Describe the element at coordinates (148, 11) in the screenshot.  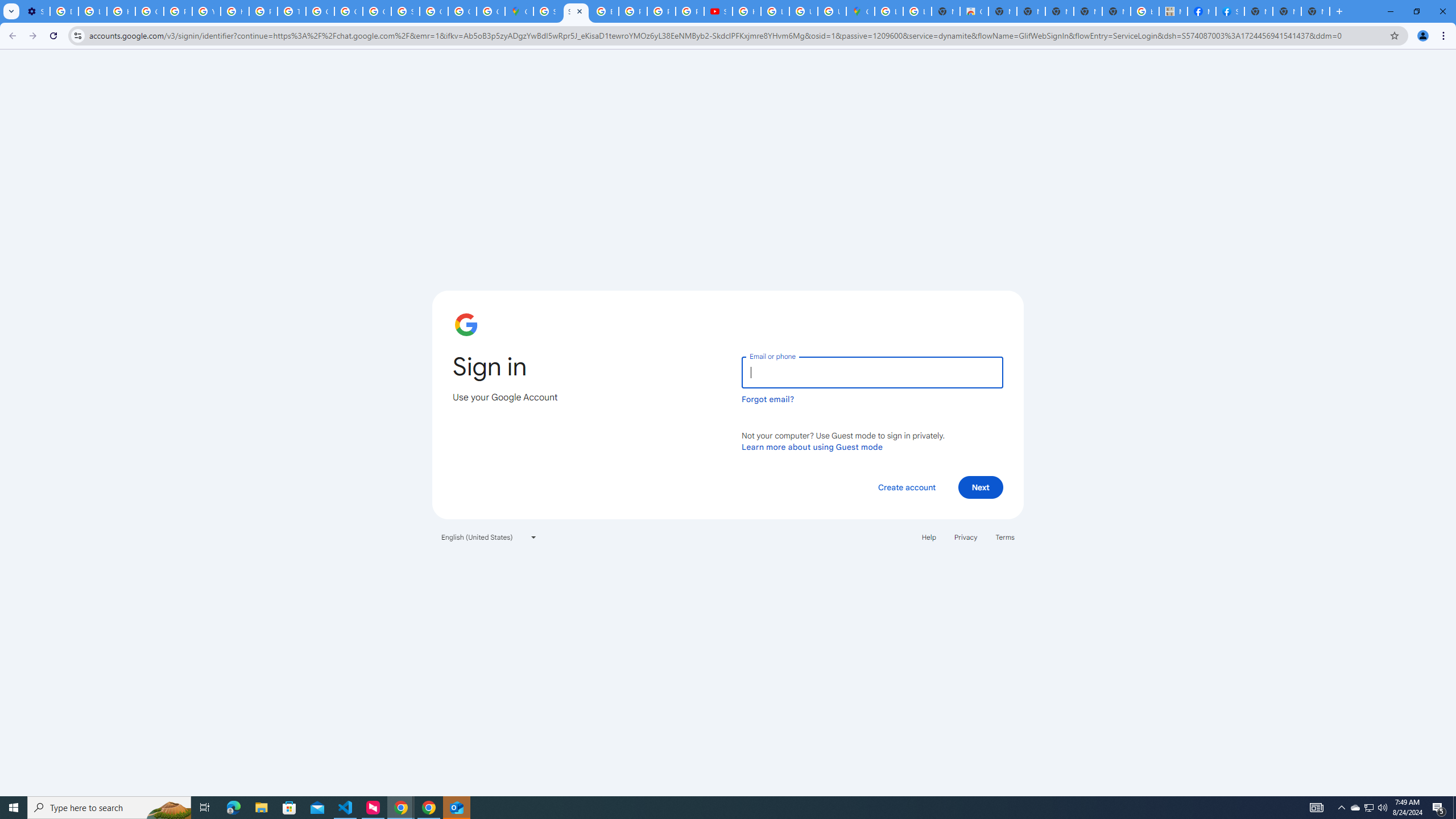
I see `'Google Account Help'` at that location.